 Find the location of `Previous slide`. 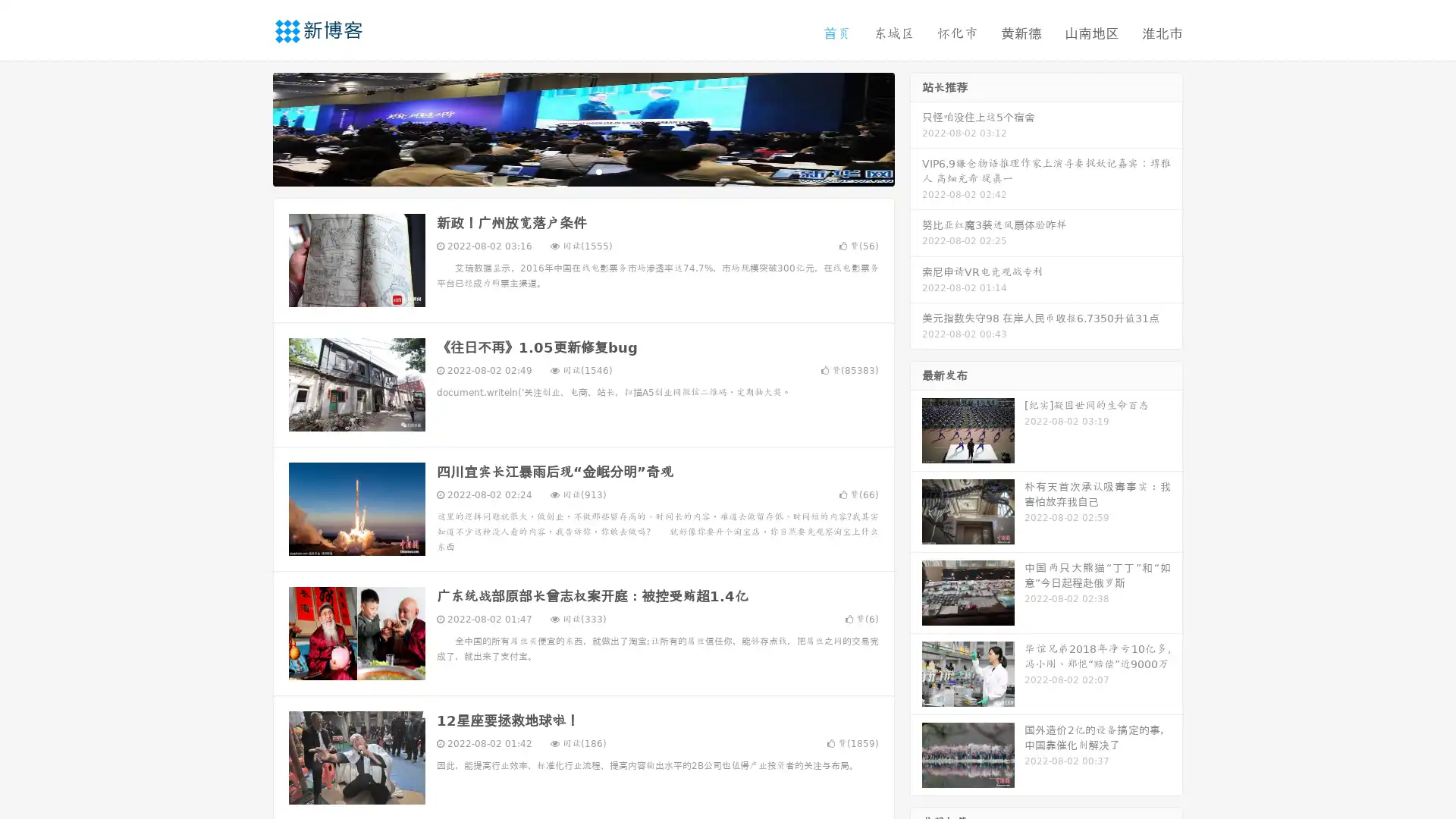

Previous slide is located at coordinates (250, 127).